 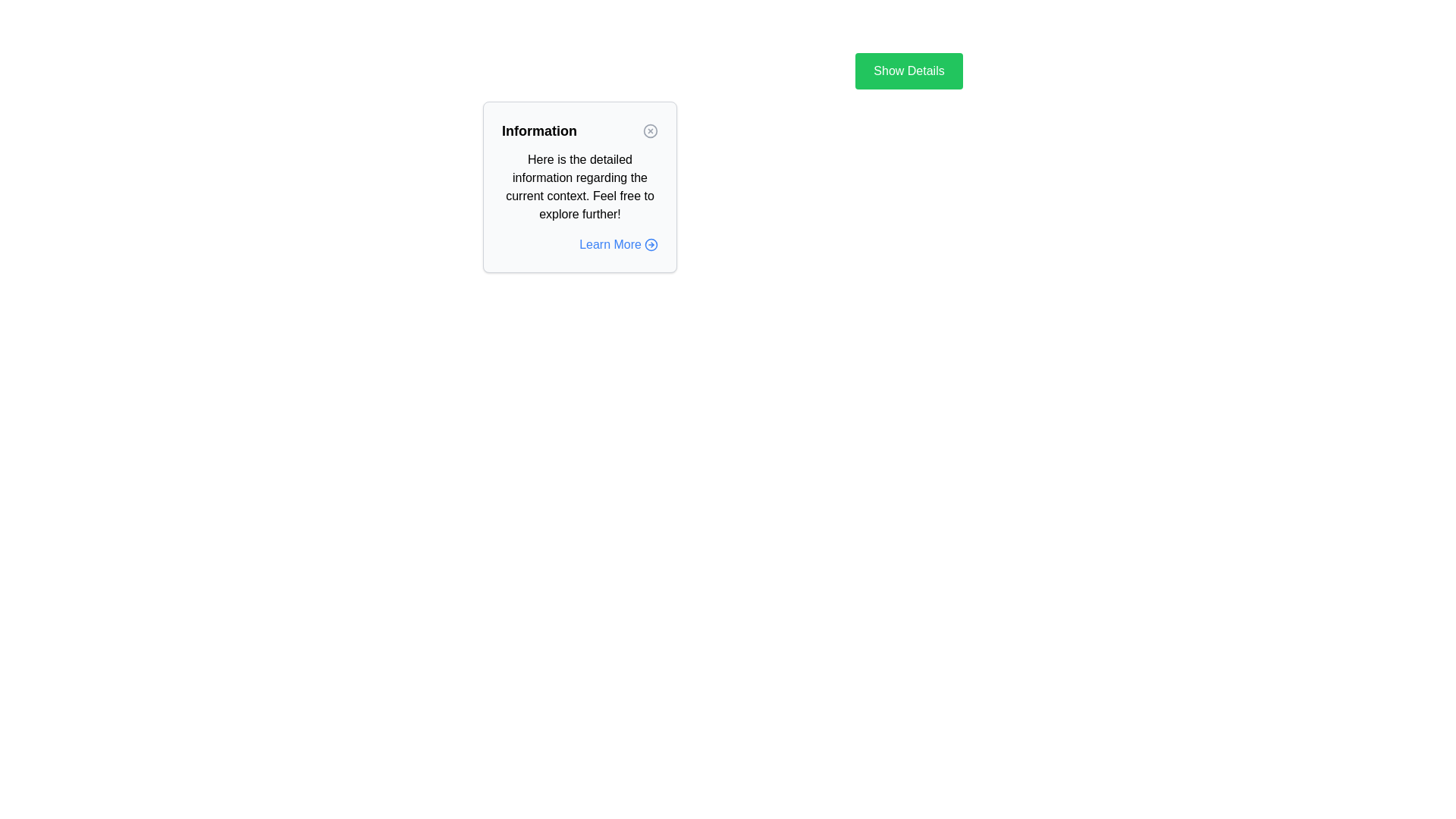 I want to click on the close button located at the top-right corner of the 'Information' section, next to the title 'Information', so click(x=651, y=130).